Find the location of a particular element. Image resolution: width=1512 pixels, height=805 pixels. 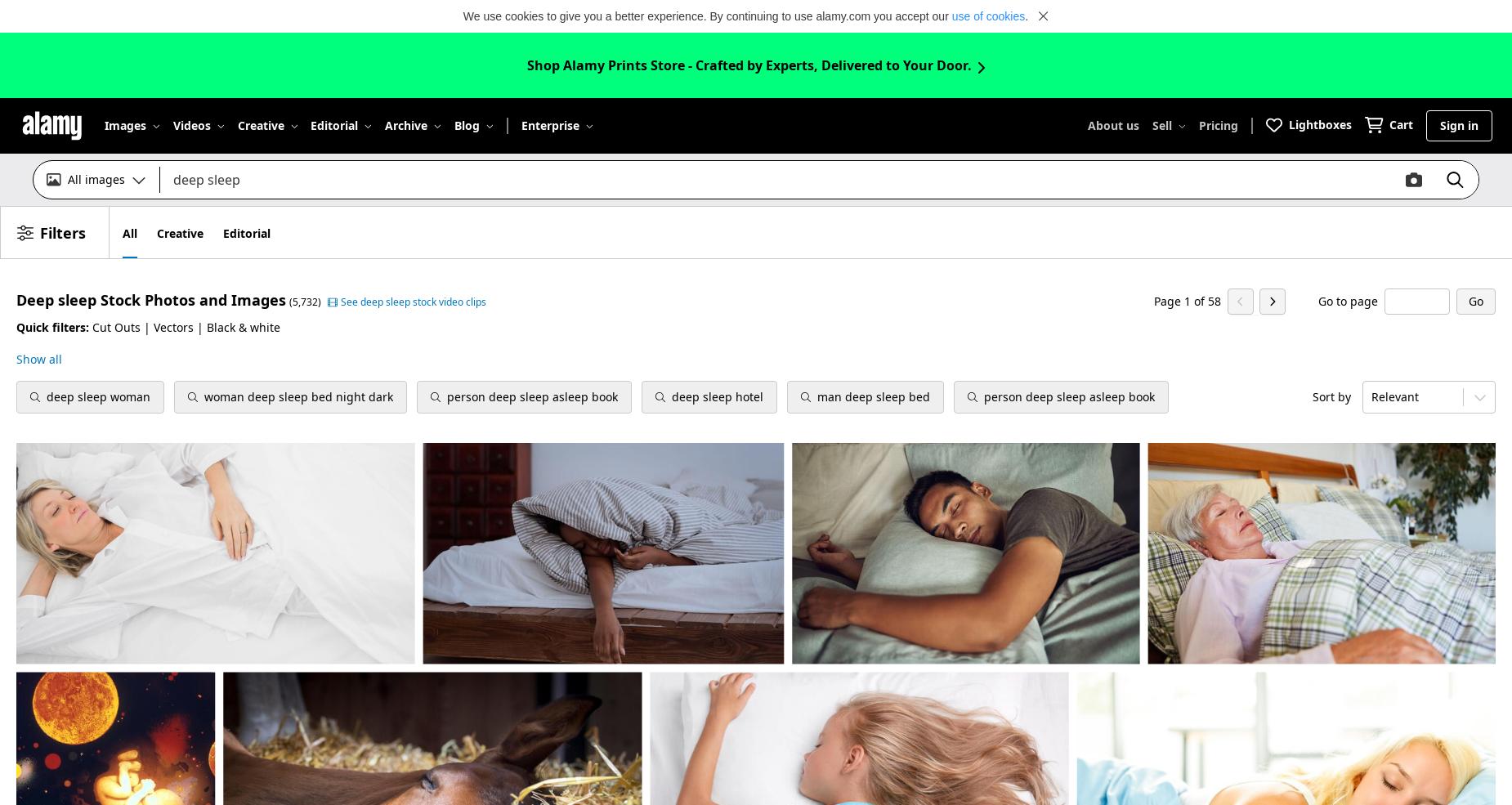

'.' is located at coordinates (1023, 15).